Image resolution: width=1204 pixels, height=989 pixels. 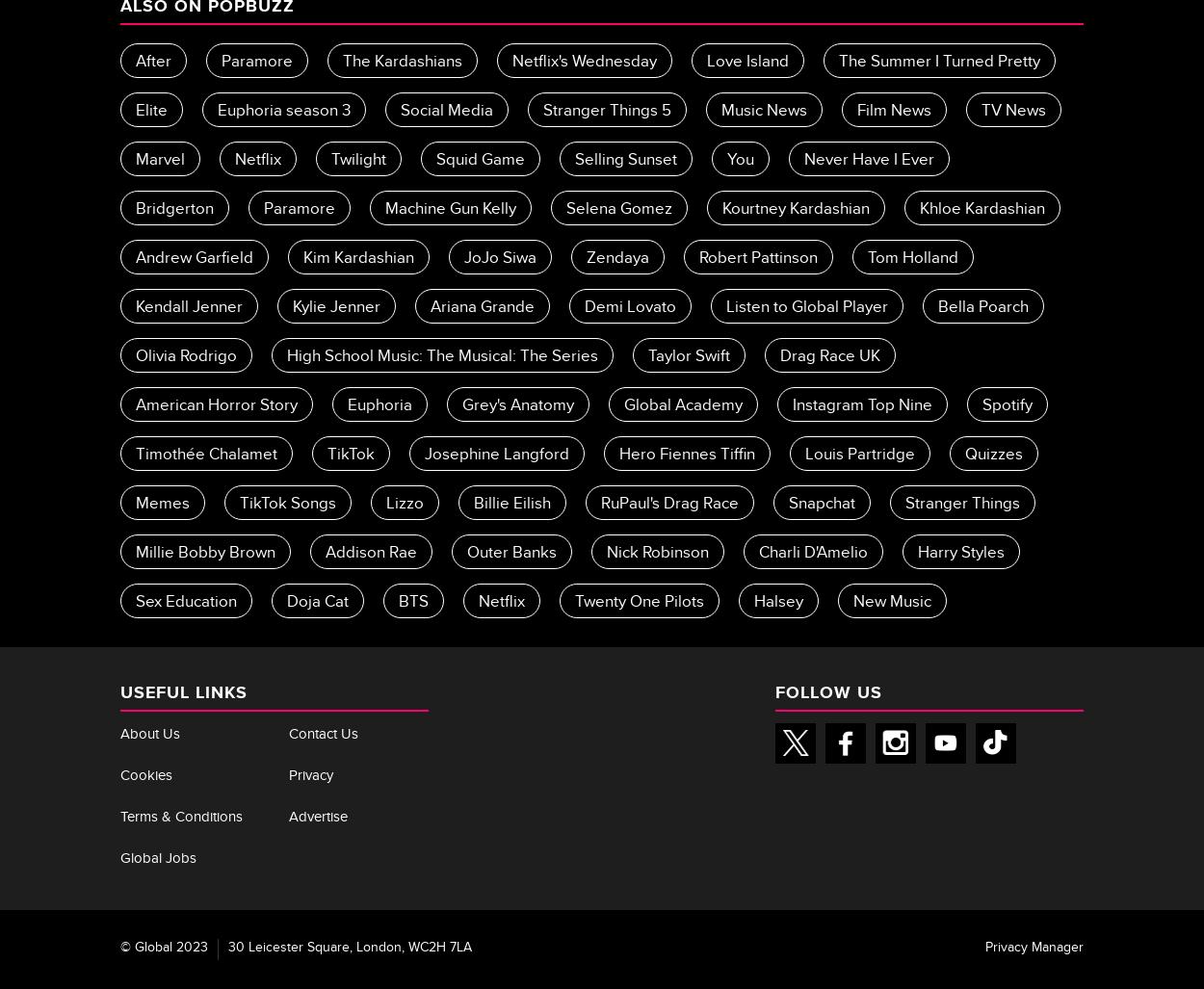 What do you see at coordinates (357, 259) in the screenshot?
I see `'Kim Kardashian'` at bounding box center [357, 259].